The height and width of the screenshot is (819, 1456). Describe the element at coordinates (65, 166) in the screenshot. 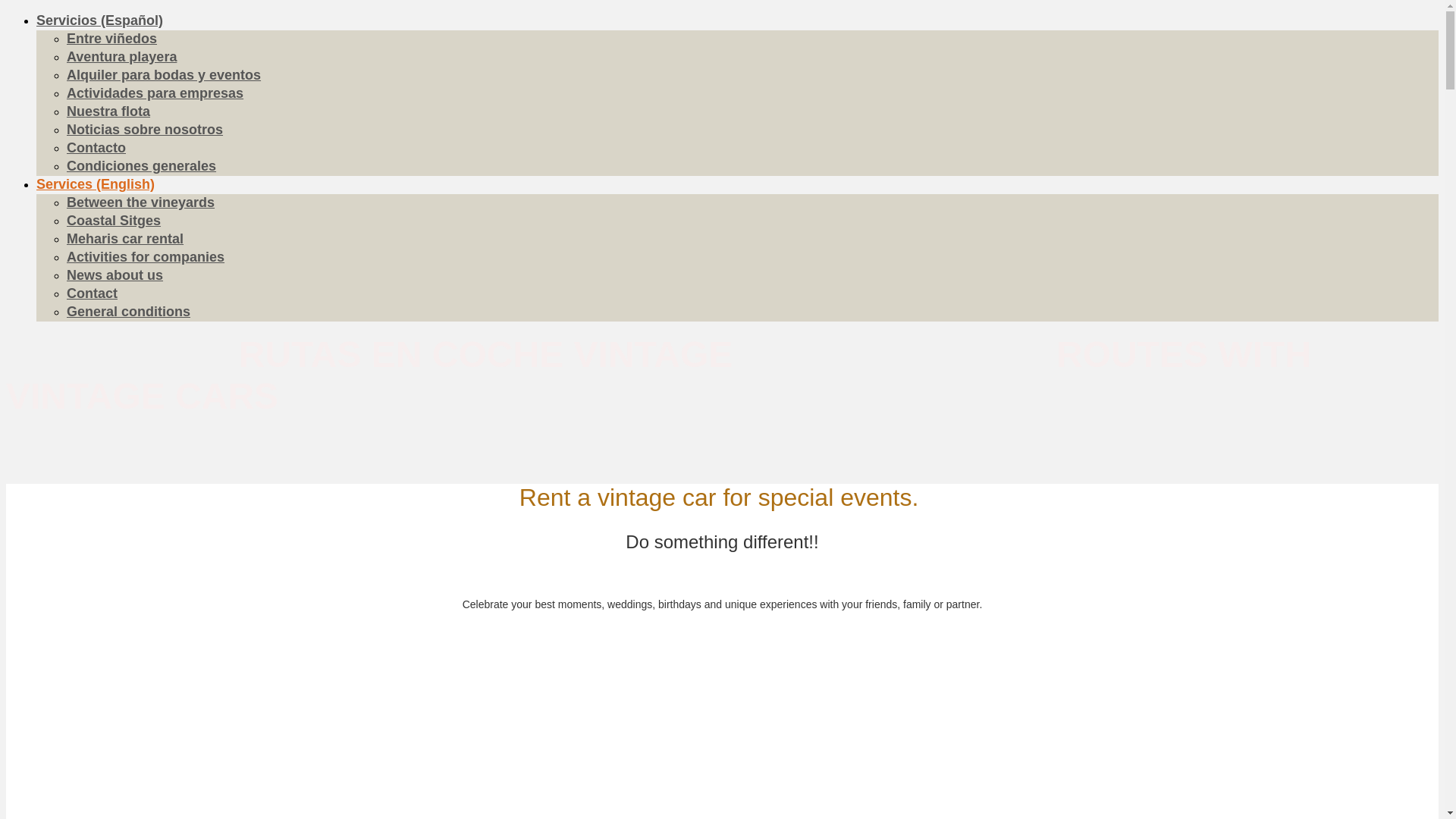

I see `'Condiciones generales'` at that location.